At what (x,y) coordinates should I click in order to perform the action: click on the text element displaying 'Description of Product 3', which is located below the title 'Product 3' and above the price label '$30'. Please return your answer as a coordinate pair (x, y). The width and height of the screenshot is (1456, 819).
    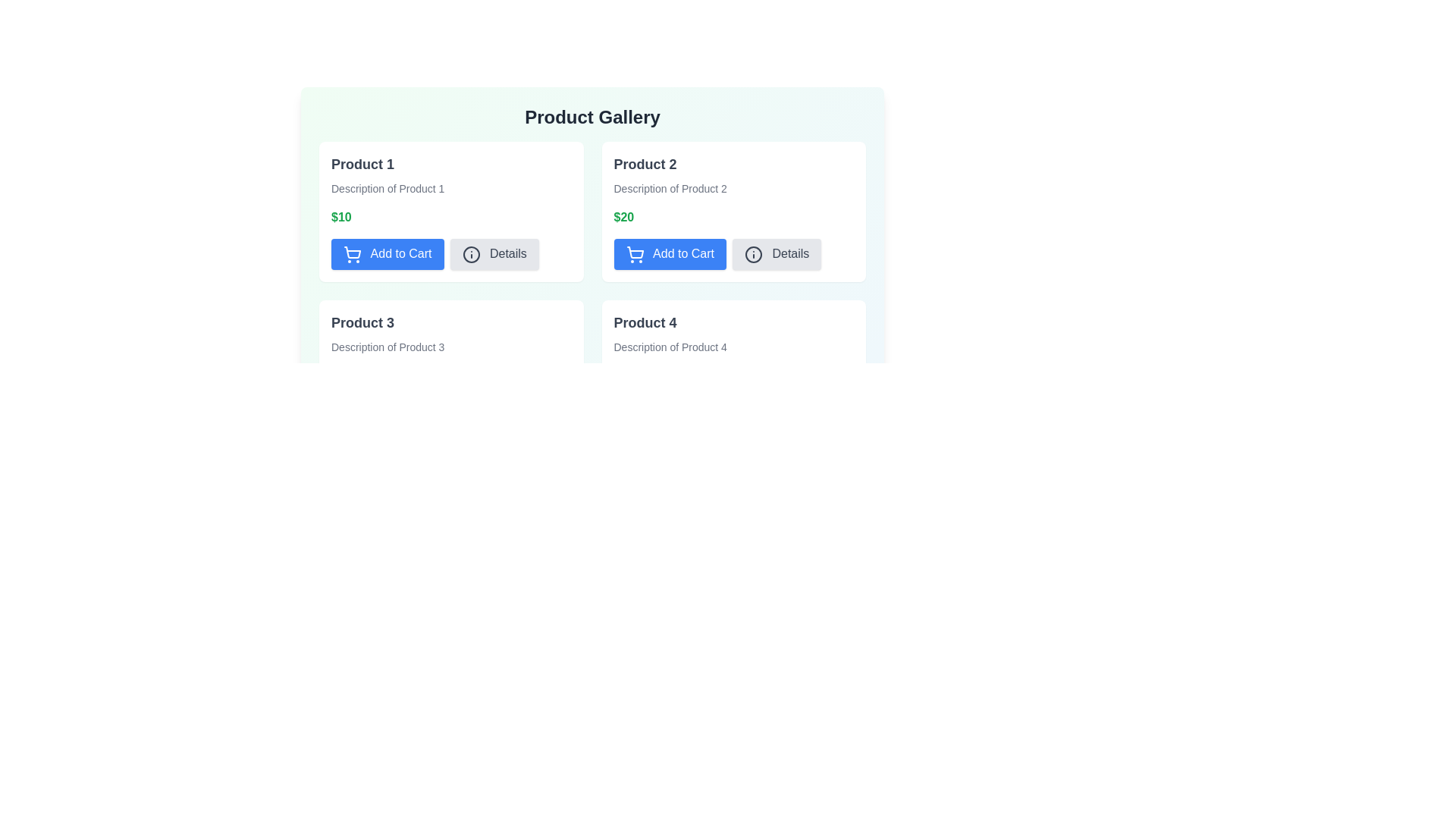
    Looking at the image, I should click on (388, 347).